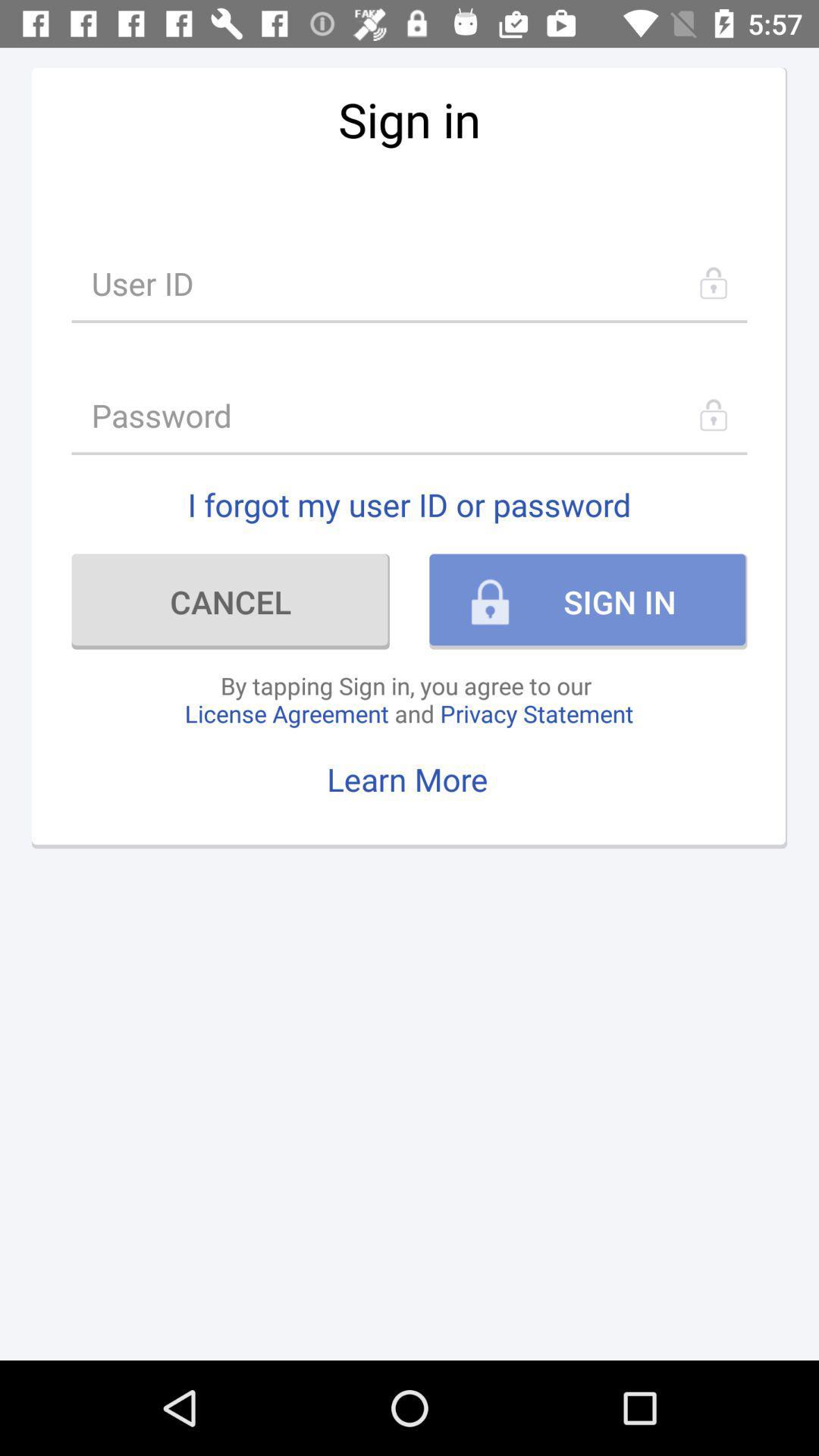 The width and height of the screenshot is (819, 1456). Describe the element at coordinates (231, 601) in the screenshot. I see `the icon on the left` at that location.